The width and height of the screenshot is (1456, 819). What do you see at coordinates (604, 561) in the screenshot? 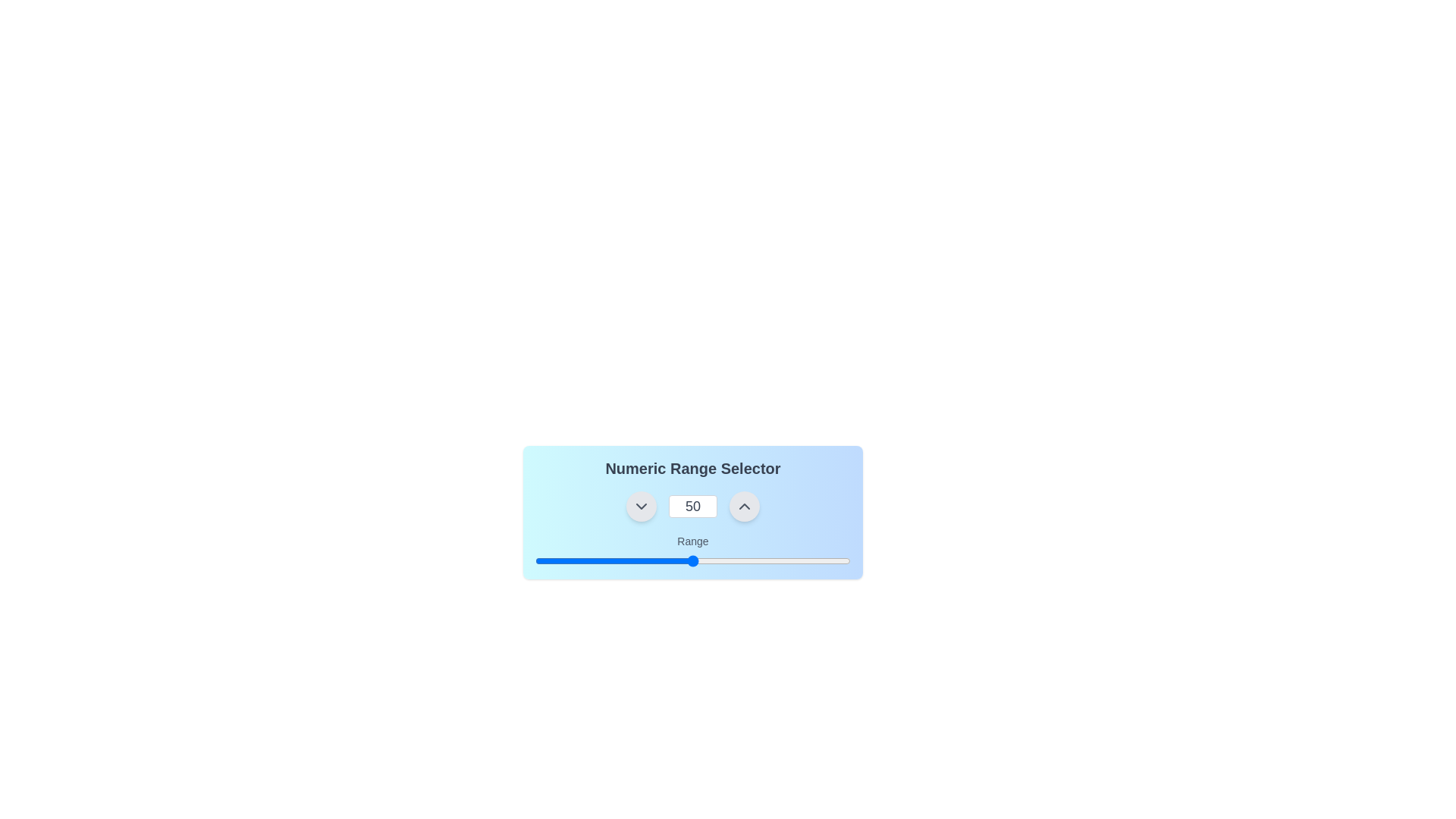
I see `range` at bounding box center [604, 561].